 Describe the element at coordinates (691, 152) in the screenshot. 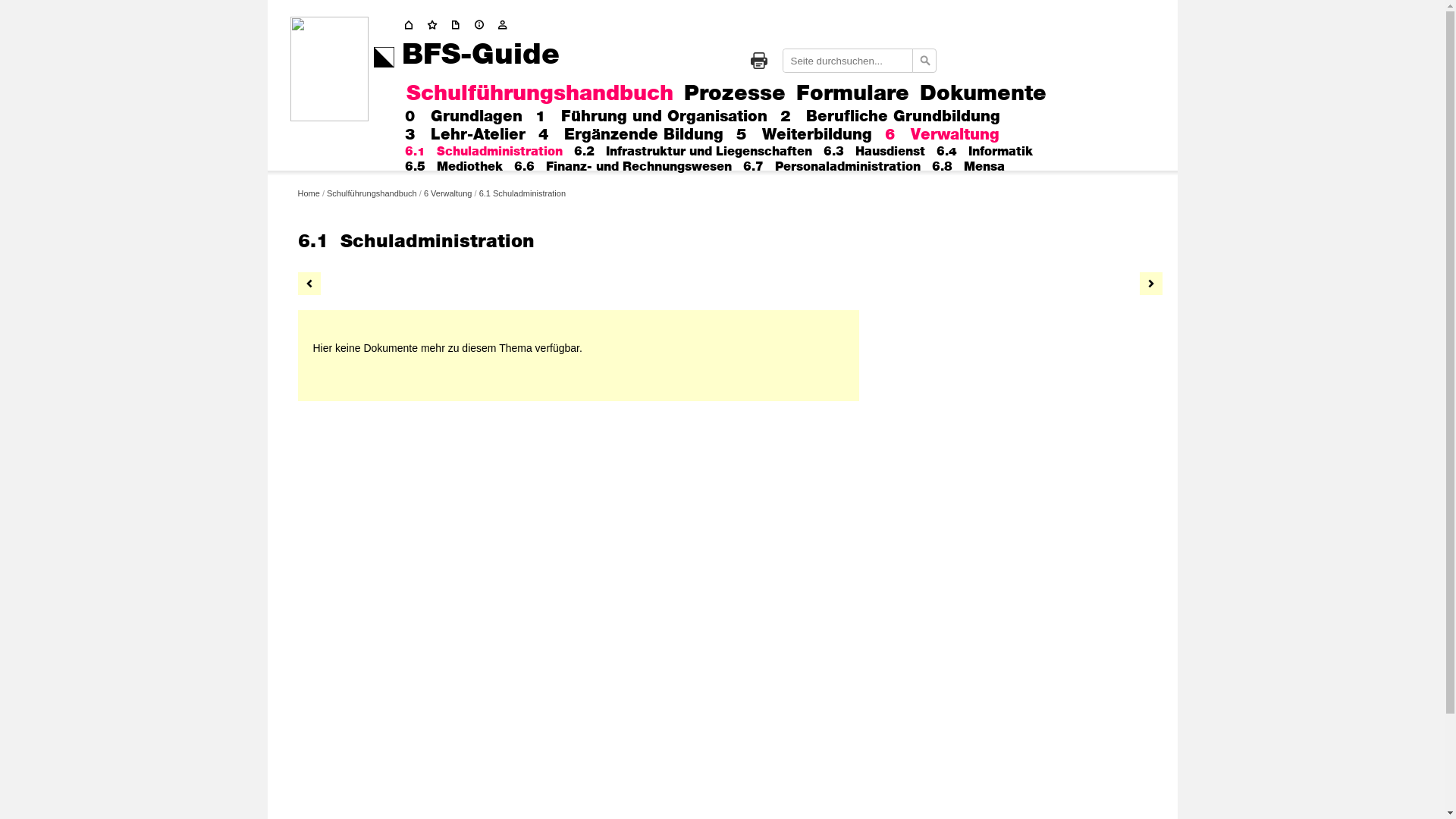

I see `'6.2   Infrastruktur und Liegenschaften'` at that location.